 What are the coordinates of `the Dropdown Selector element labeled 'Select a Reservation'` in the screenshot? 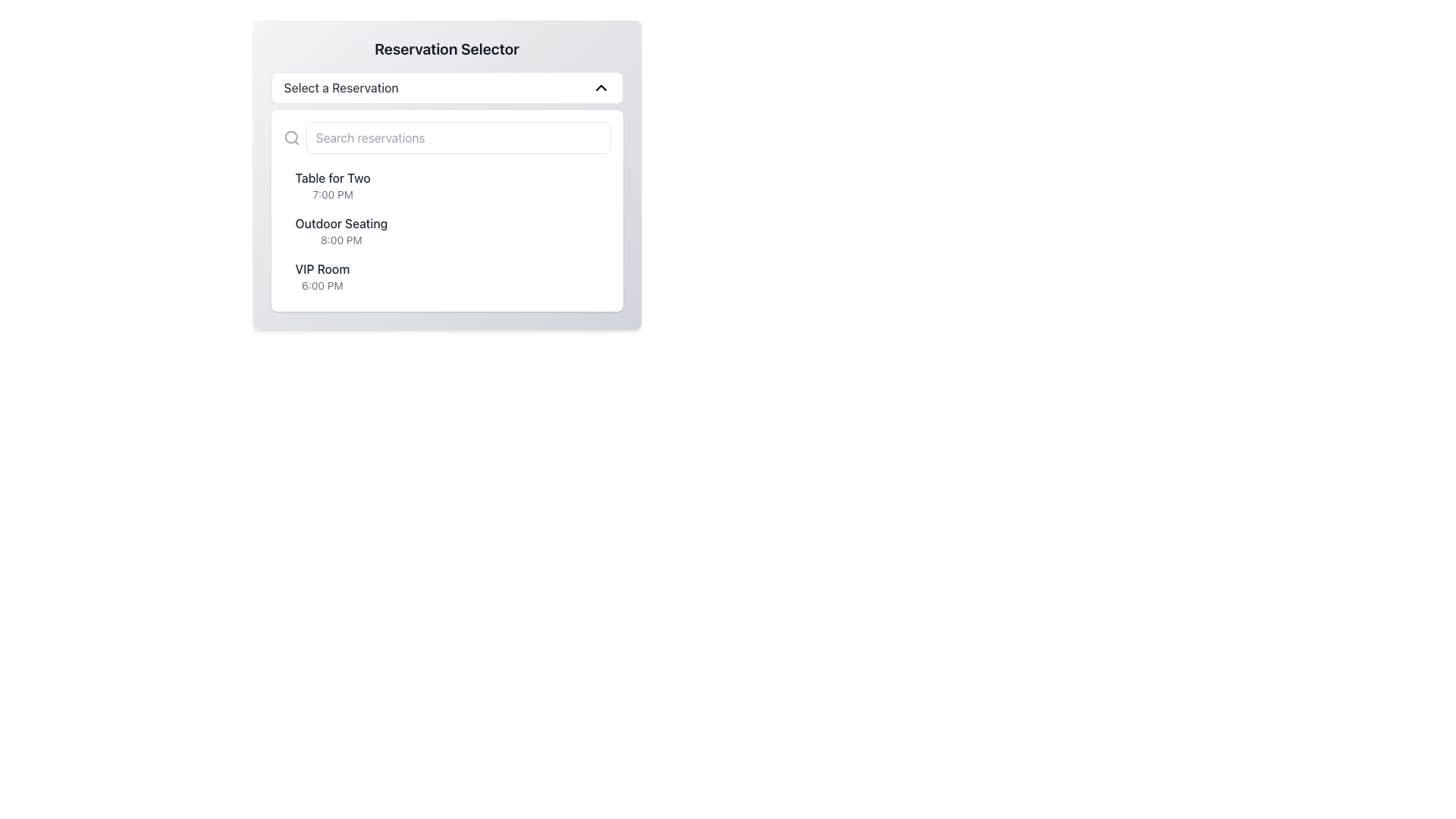 It's located at (446, 87).